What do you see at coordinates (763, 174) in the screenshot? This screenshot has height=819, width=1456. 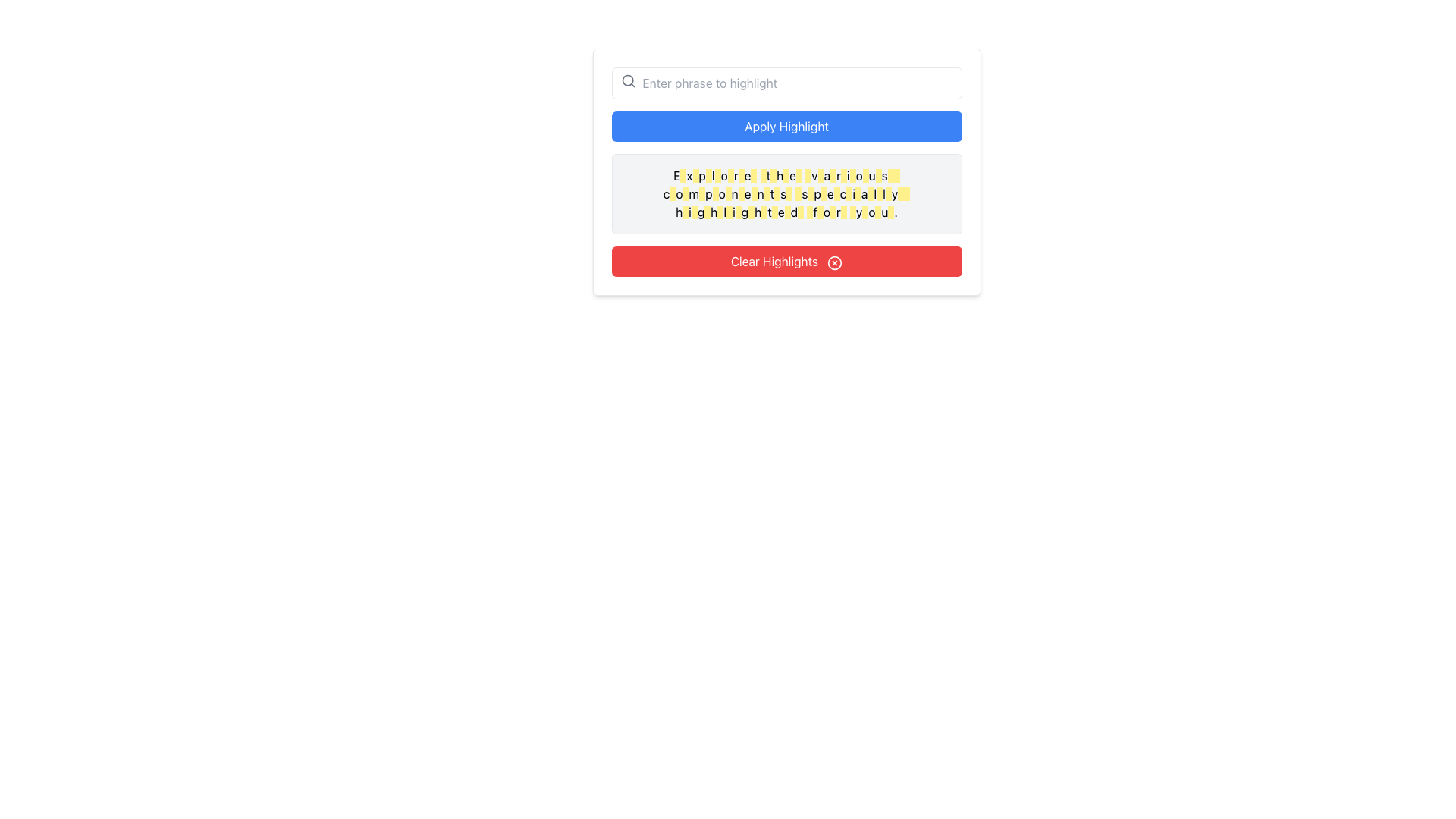 I see `the eighth highlighted component with a yellow background and dark yellow text color, located within the sentence block that reads 'Explore the various components specially highlighted for you.'` at bounding box center [763, 174].